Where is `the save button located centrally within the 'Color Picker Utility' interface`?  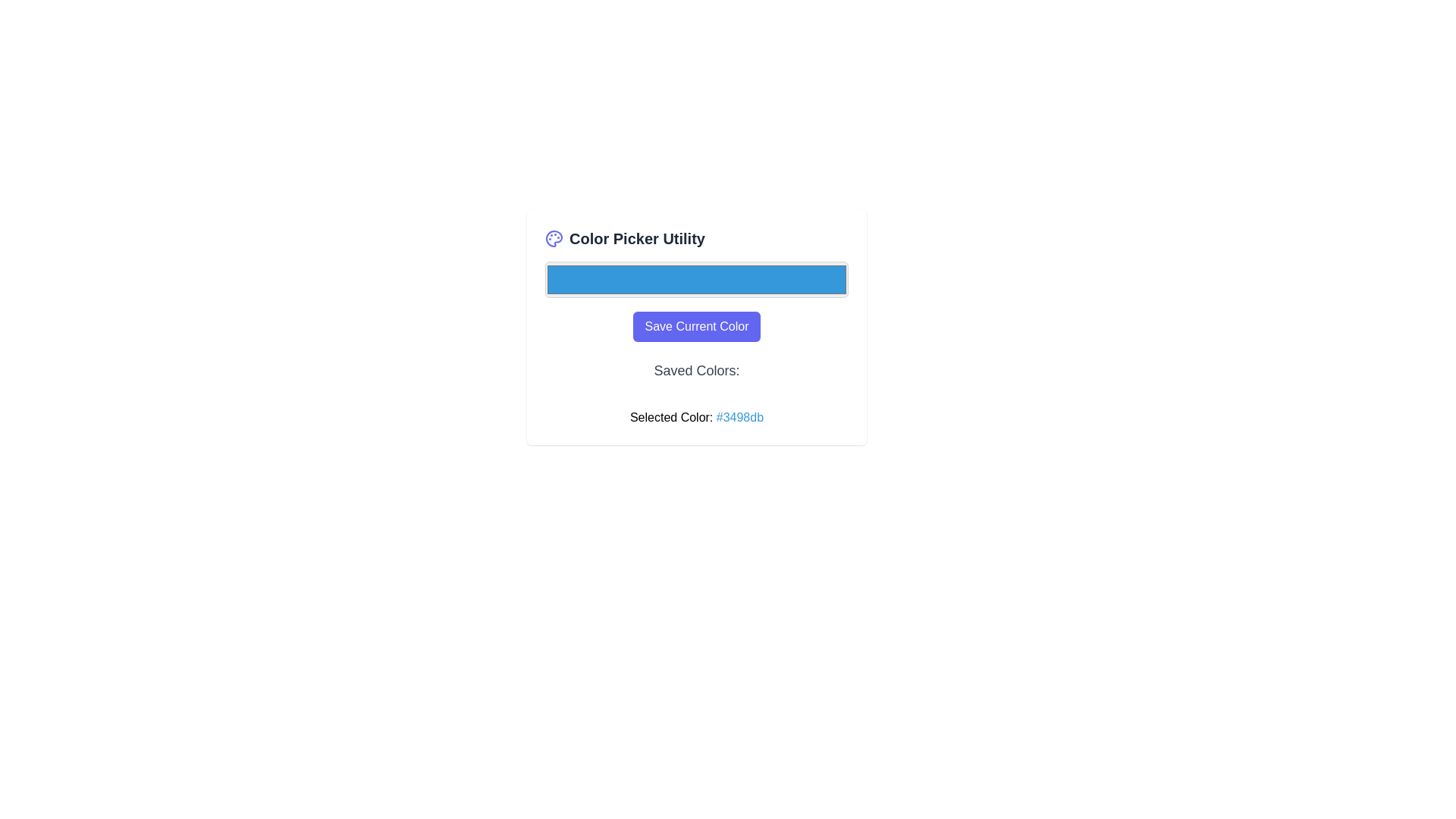 the save button located centrally within the 'Color Picker Utility' interface is located at coordinates (695, 326).